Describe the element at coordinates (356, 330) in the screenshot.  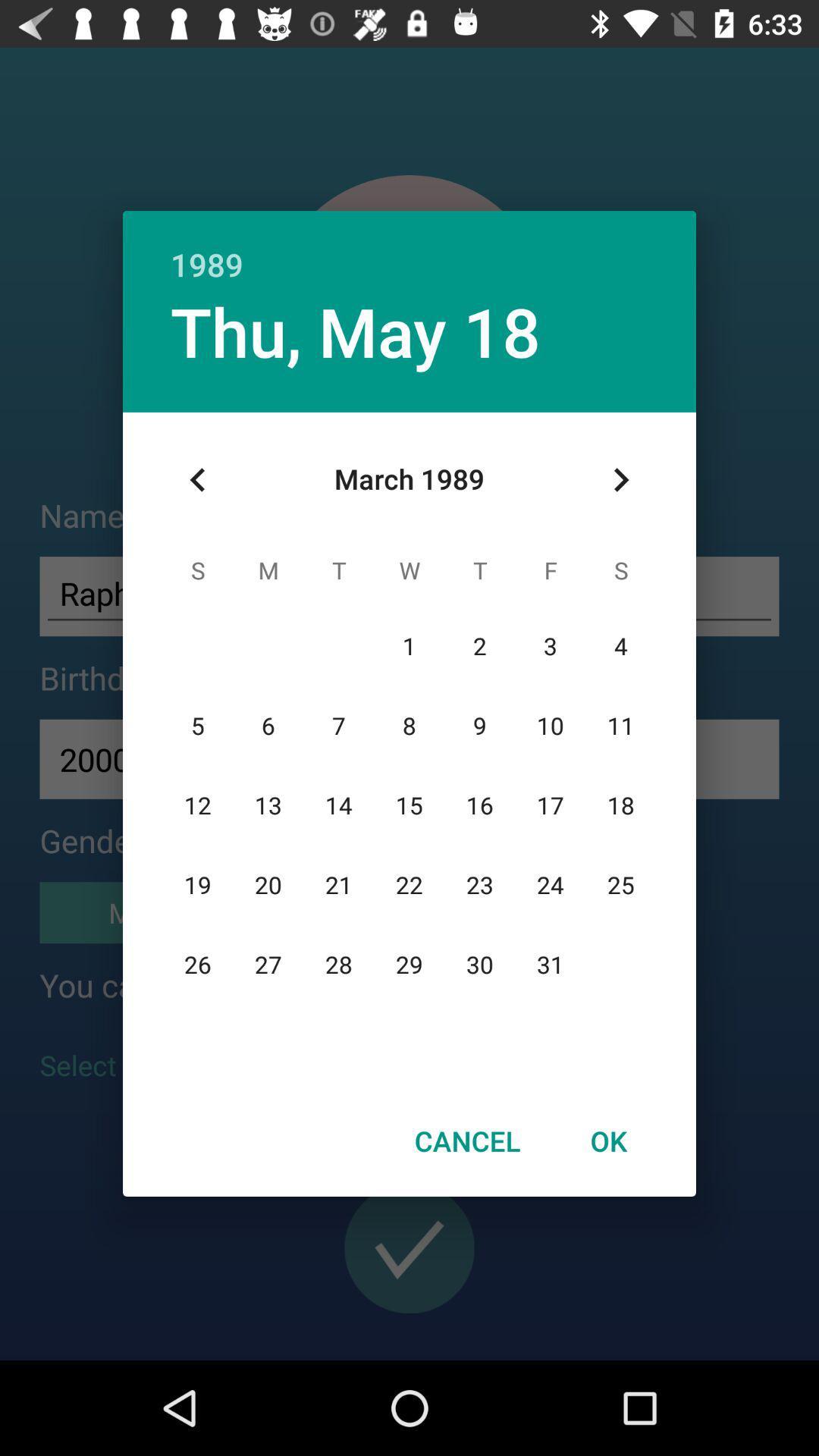
I see `the thu, may 18 item` at that location.